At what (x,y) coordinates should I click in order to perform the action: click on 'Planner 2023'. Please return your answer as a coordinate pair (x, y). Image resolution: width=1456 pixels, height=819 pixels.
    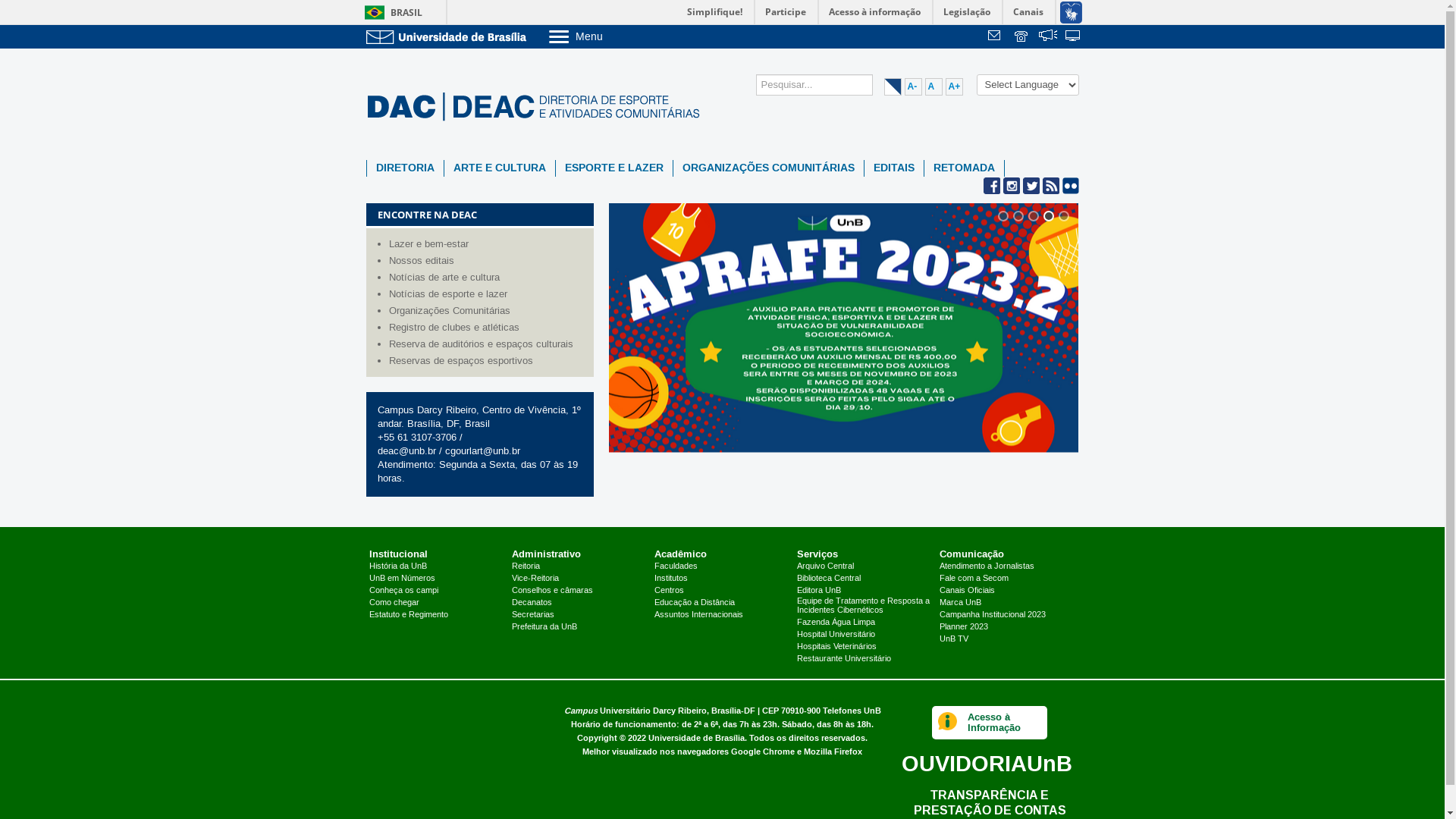
    Looking at the image, I should click on (963, 626).